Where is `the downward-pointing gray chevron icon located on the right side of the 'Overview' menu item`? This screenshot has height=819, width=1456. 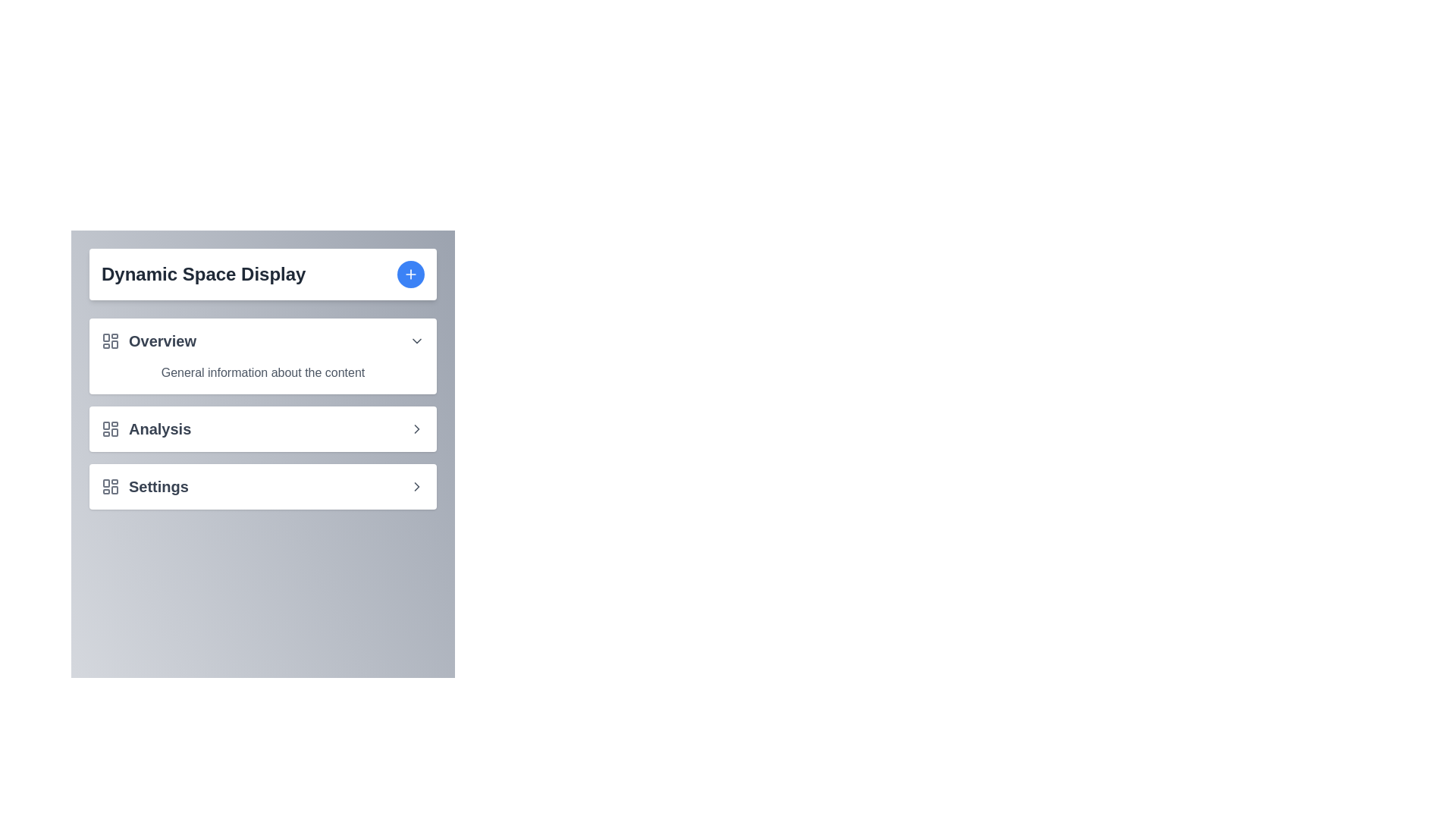 the downward-pointing gray chevron icon located on the right side of the 'Overview' menu item is located at coordinates (417, 341).